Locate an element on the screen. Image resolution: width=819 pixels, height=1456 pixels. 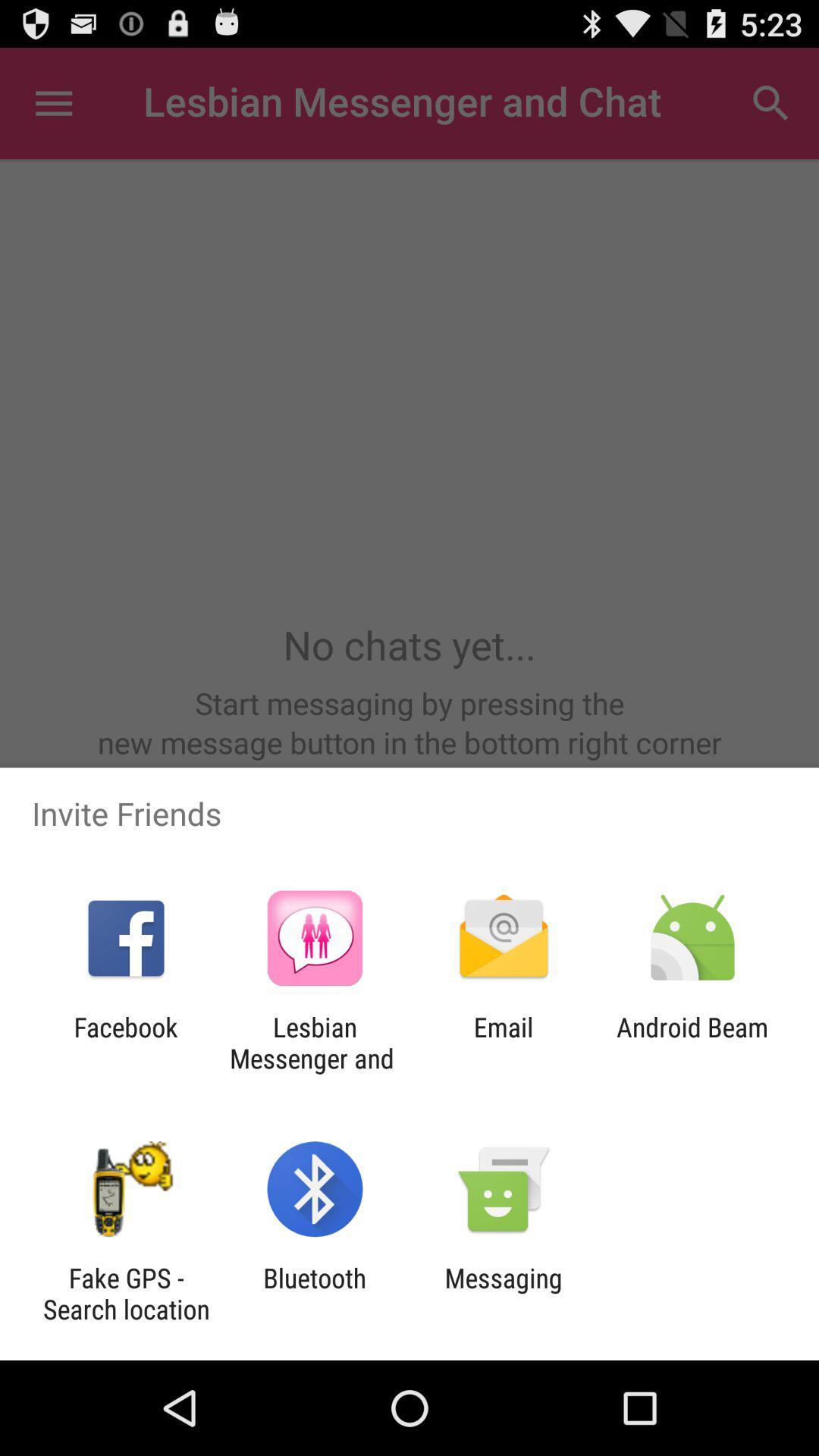
icon to the right of lesbian messenger and is located at coordinates (504, 1042).